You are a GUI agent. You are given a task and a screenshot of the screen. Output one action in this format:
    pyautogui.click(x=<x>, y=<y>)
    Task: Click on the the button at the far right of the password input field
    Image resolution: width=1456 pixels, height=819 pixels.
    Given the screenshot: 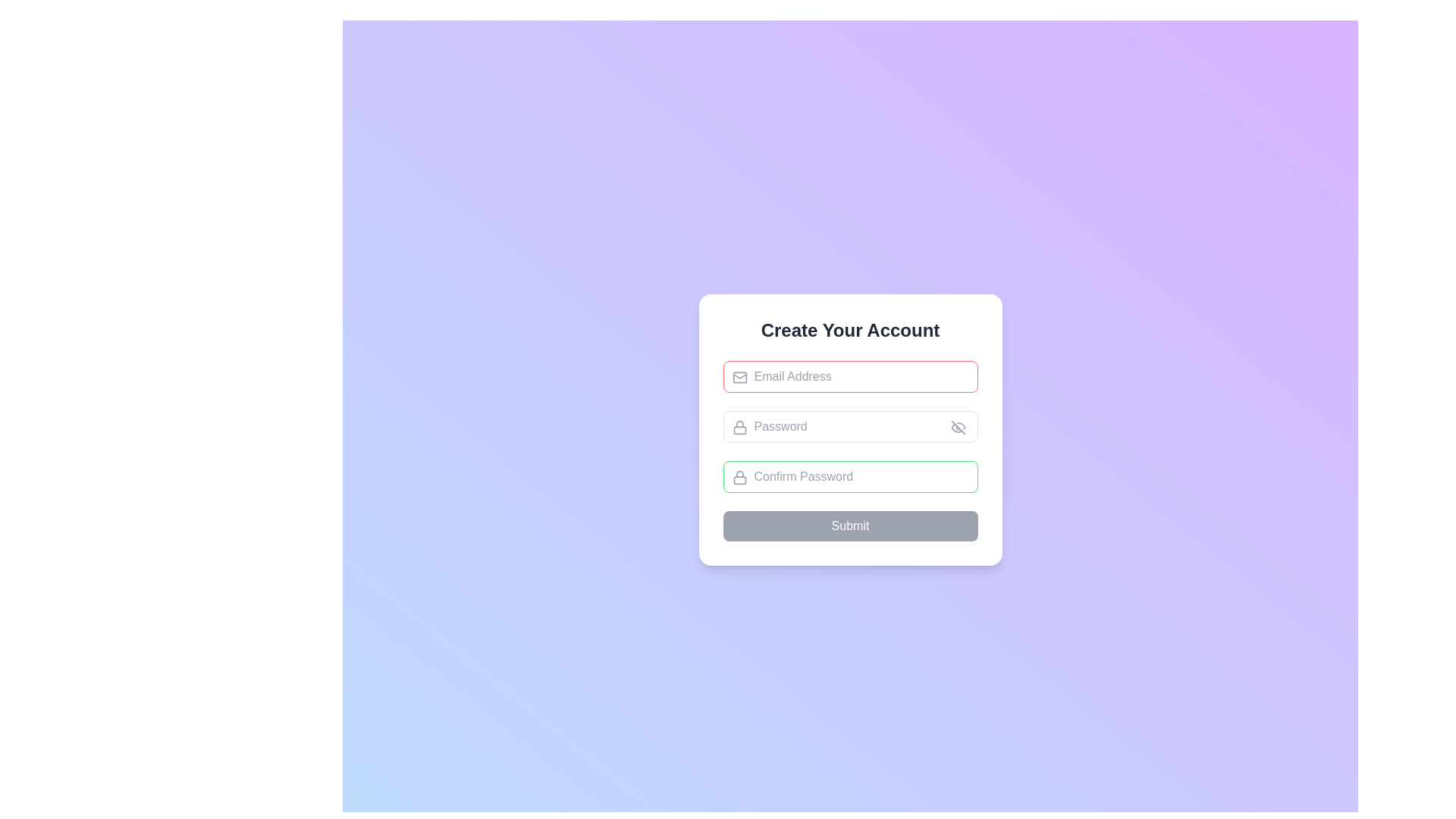 What is the action you would take?
    pyautogui.click(x=957, y=427)
    